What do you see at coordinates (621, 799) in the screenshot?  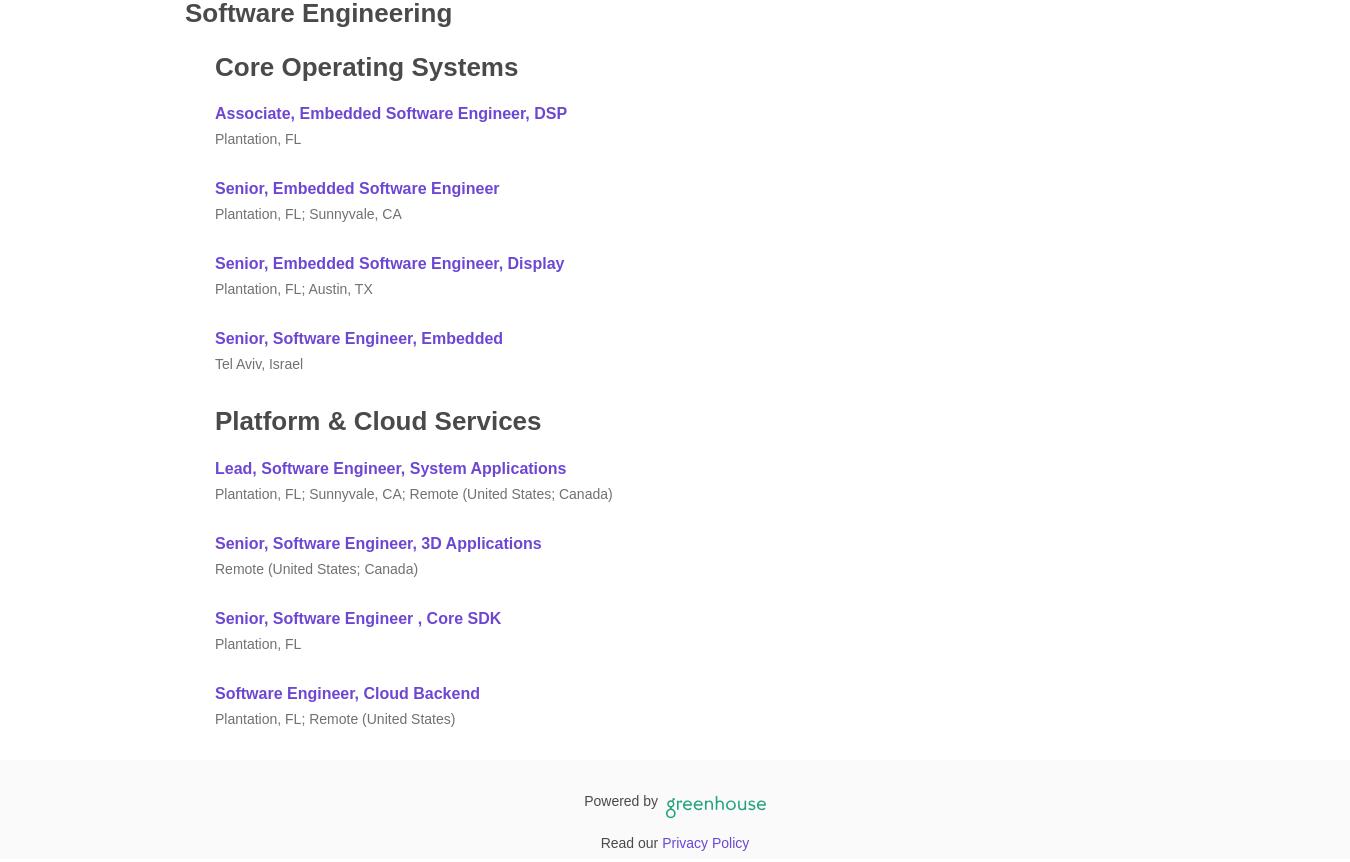 I see `'Powered by'` at bounding box center [621, 799].